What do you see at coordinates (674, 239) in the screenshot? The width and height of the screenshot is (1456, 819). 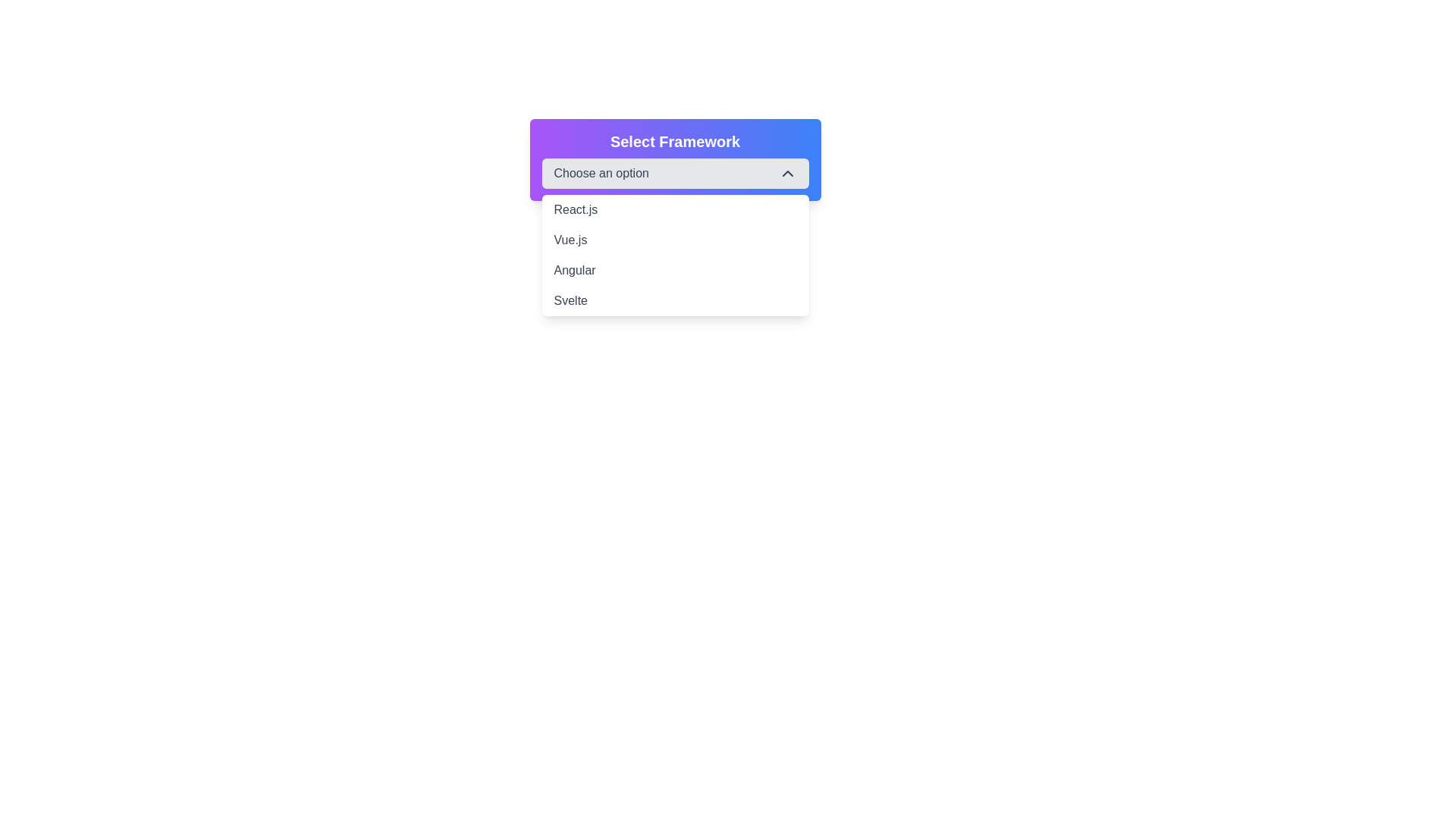 I see `the 'Vue.js' selectable dropdown menu item located in the dropdown list, positioned below 'React.js' and above 'Angular'` at bounding box center [674, 239].